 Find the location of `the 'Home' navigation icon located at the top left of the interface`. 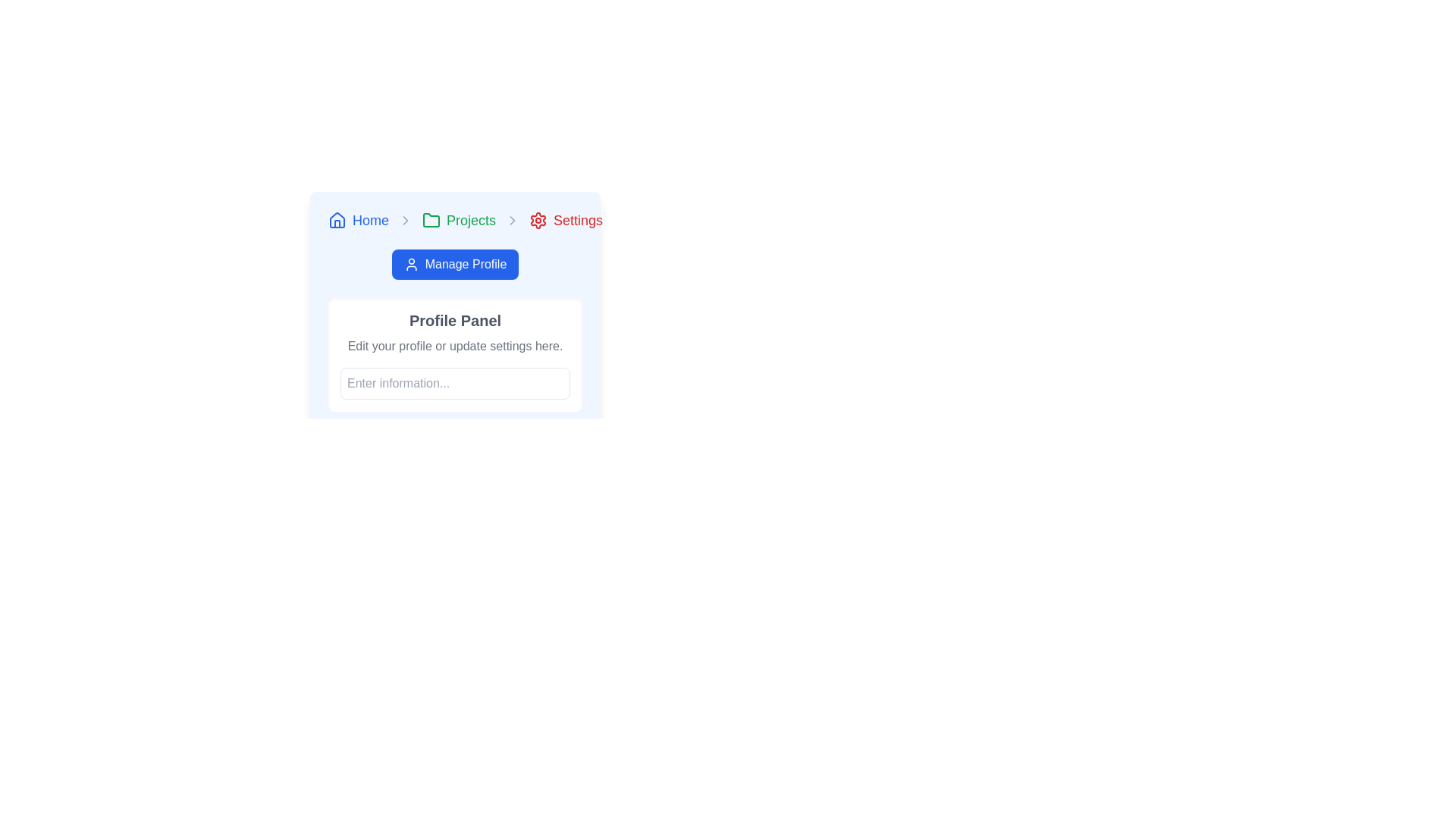

the 'Home' navigation icon located at the top left of the interface is located at coordinates (337, 220).